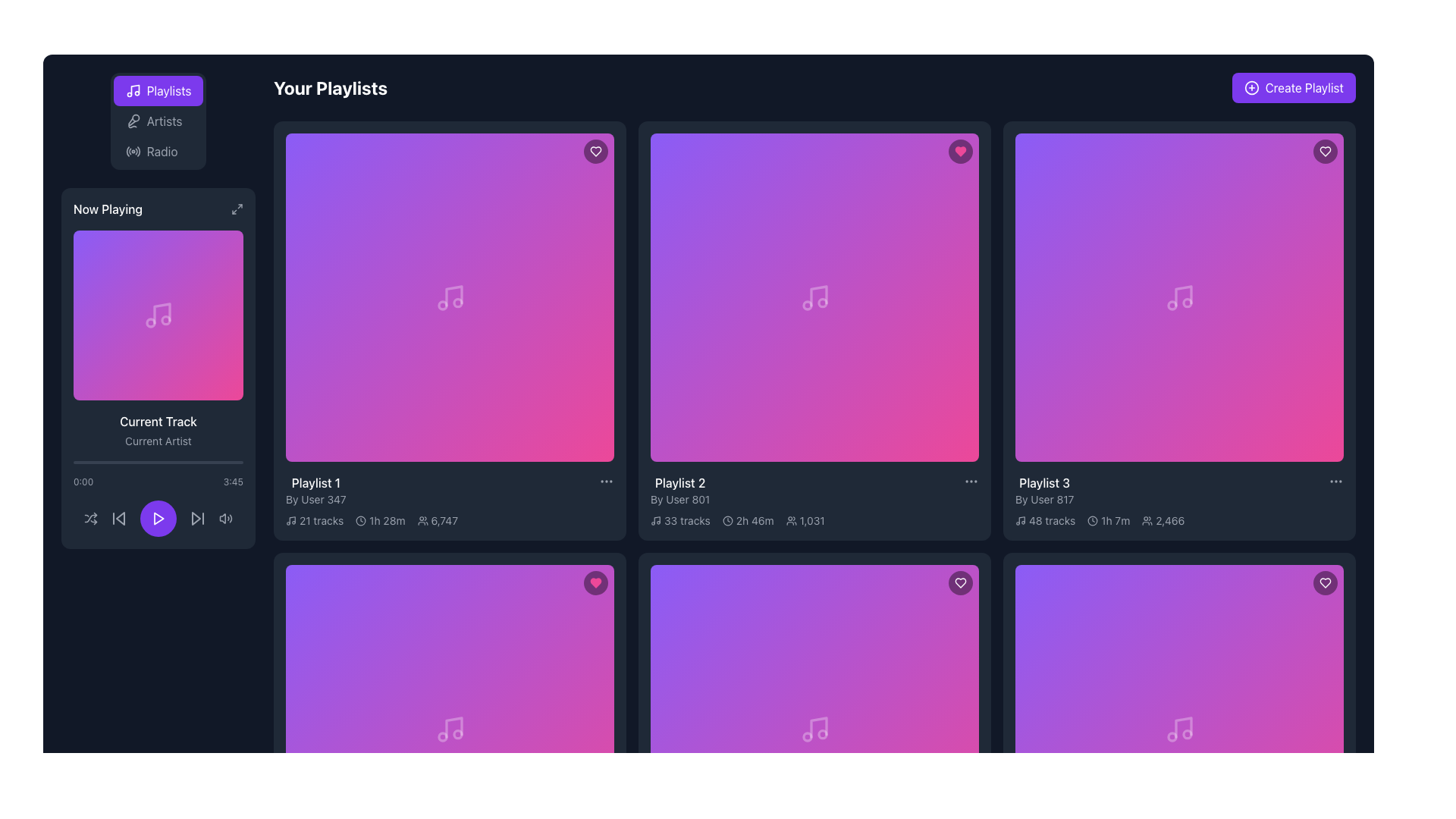  What do you see at coordinates (1324, 582) in the screenshot?
I see `the heart-shaped icon button in the top-right corner of the 'Playlist 3' card` at bounding box center [1324, 582].